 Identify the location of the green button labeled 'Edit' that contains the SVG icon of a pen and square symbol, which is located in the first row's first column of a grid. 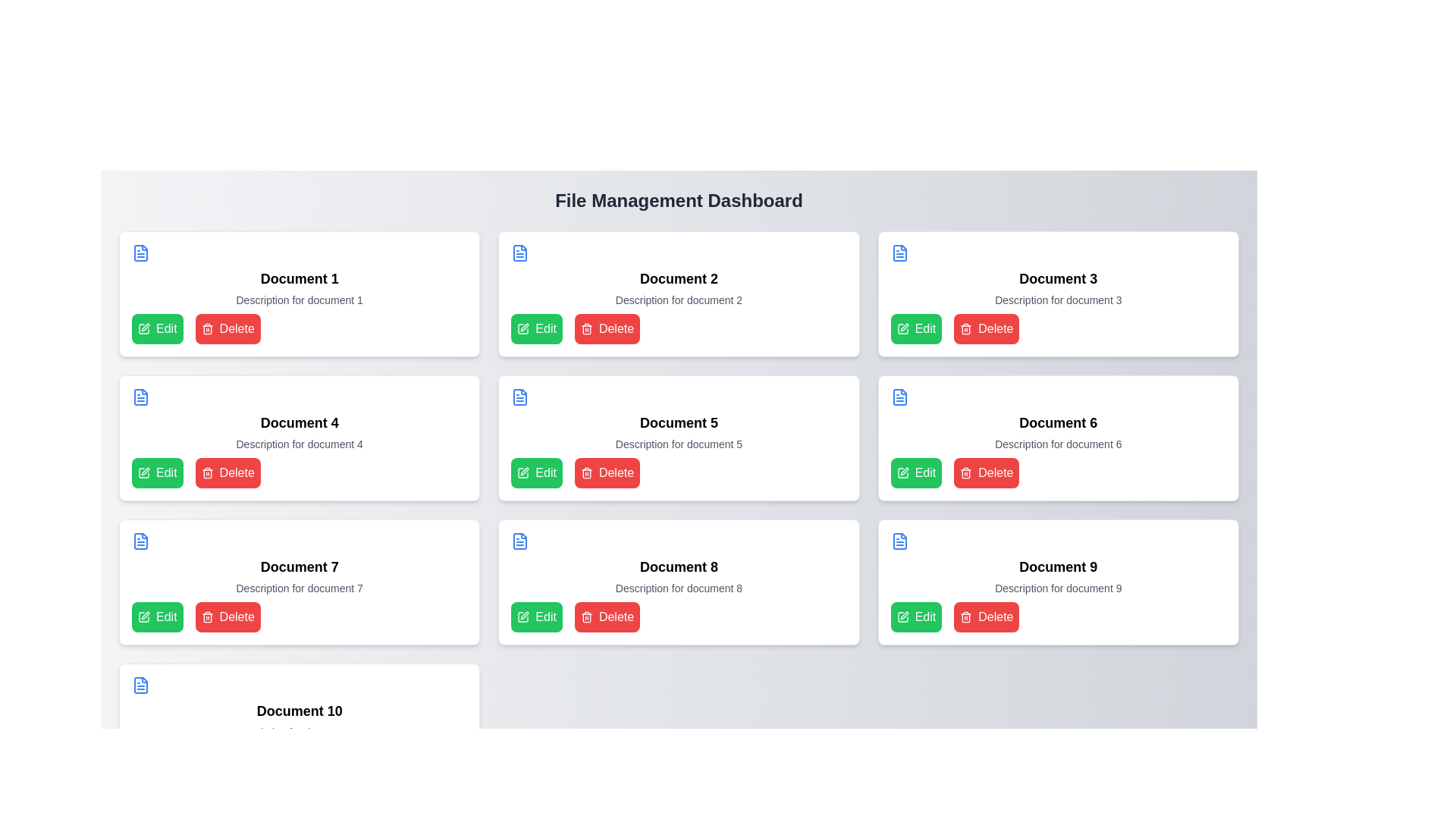
(144, 328).